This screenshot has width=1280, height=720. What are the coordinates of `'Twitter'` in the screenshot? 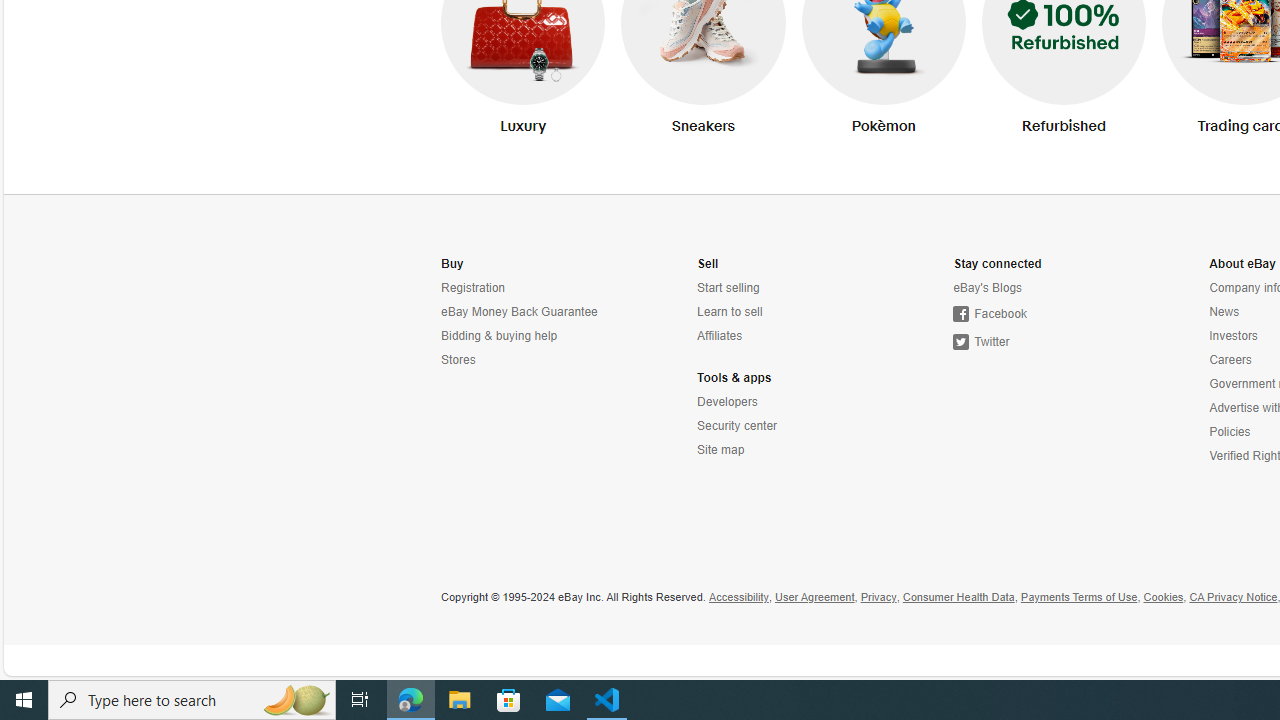 It's located at (981, 341).